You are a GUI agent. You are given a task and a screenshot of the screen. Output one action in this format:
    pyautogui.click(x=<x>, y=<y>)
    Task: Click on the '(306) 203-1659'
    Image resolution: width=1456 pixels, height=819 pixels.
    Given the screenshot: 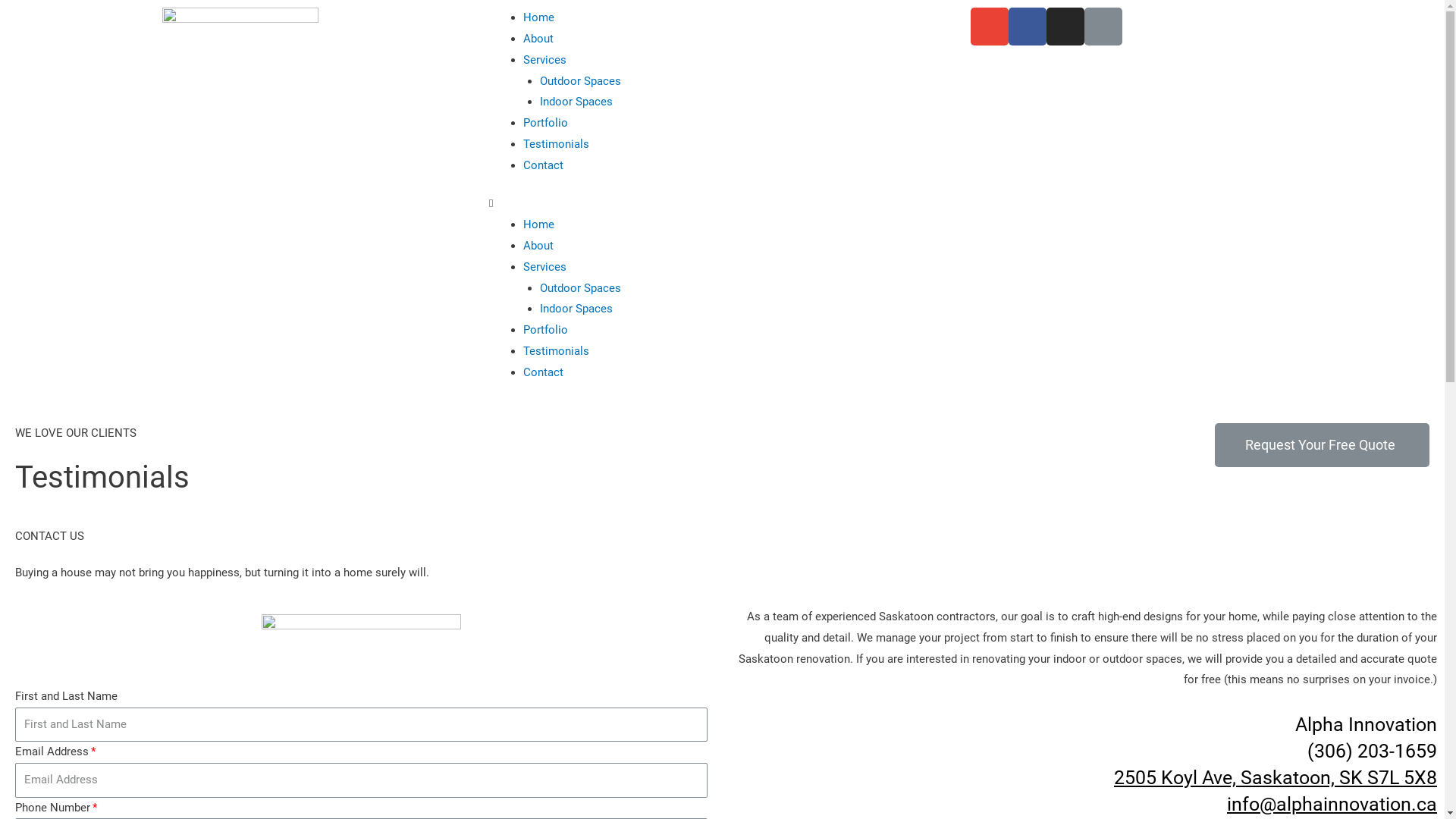 What is the action you would take?
    pyautogui.click(x=1372, y=751)
    